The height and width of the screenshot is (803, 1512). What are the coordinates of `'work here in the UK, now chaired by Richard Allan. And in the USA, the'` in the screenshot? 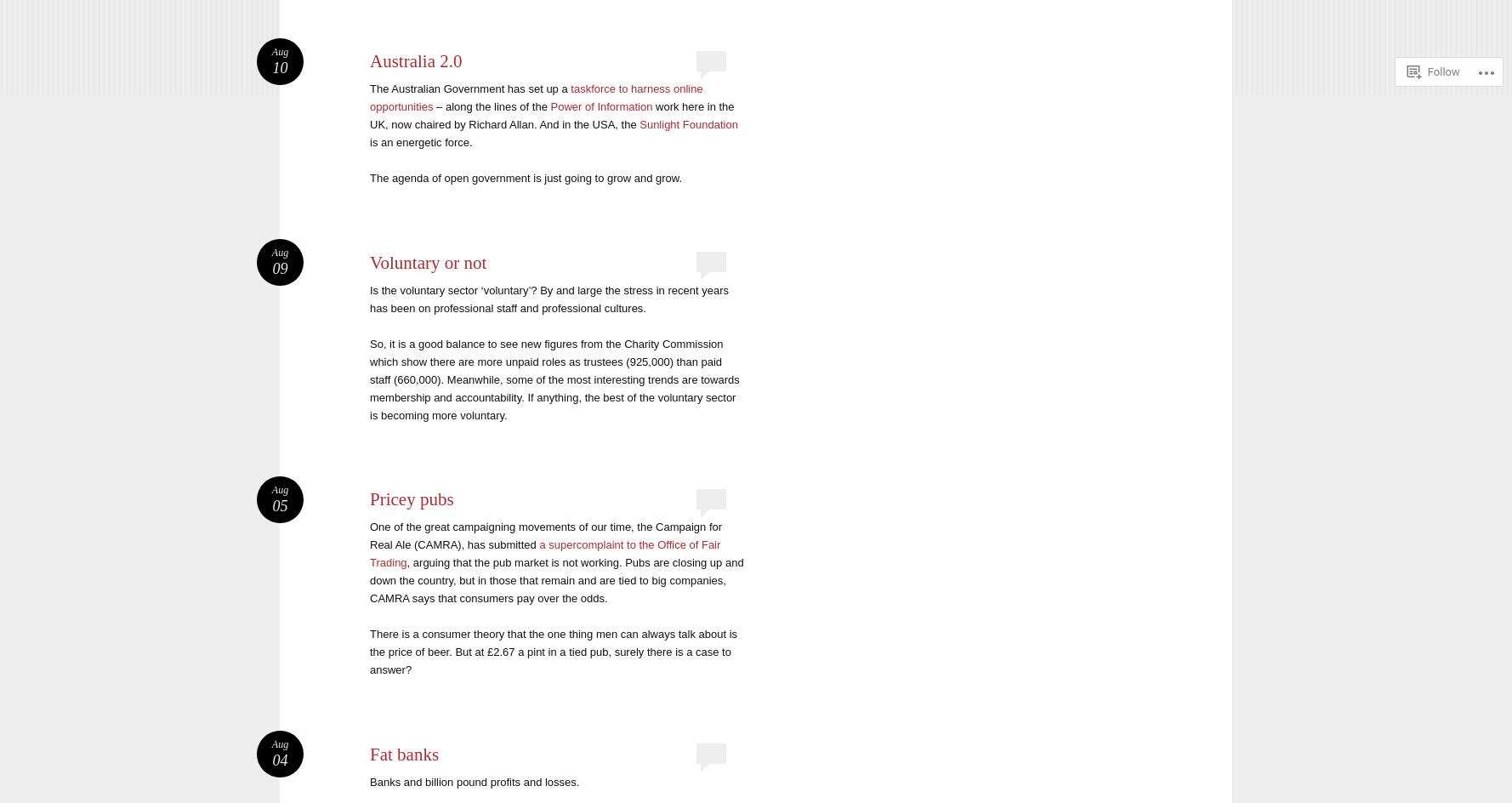 It's located at (370, 116).